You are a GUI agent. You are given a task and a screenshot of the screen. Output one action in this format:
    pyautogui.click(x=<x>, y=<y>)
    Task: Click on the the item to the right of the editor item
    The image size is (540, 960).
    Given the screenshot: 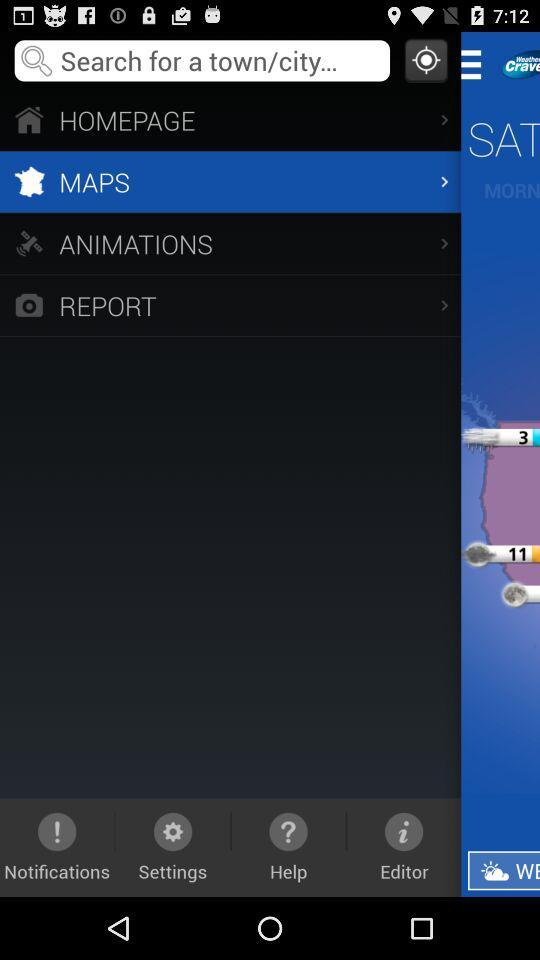 What is the action you would take?
    pyautogui.click(x=502, y=869)
    